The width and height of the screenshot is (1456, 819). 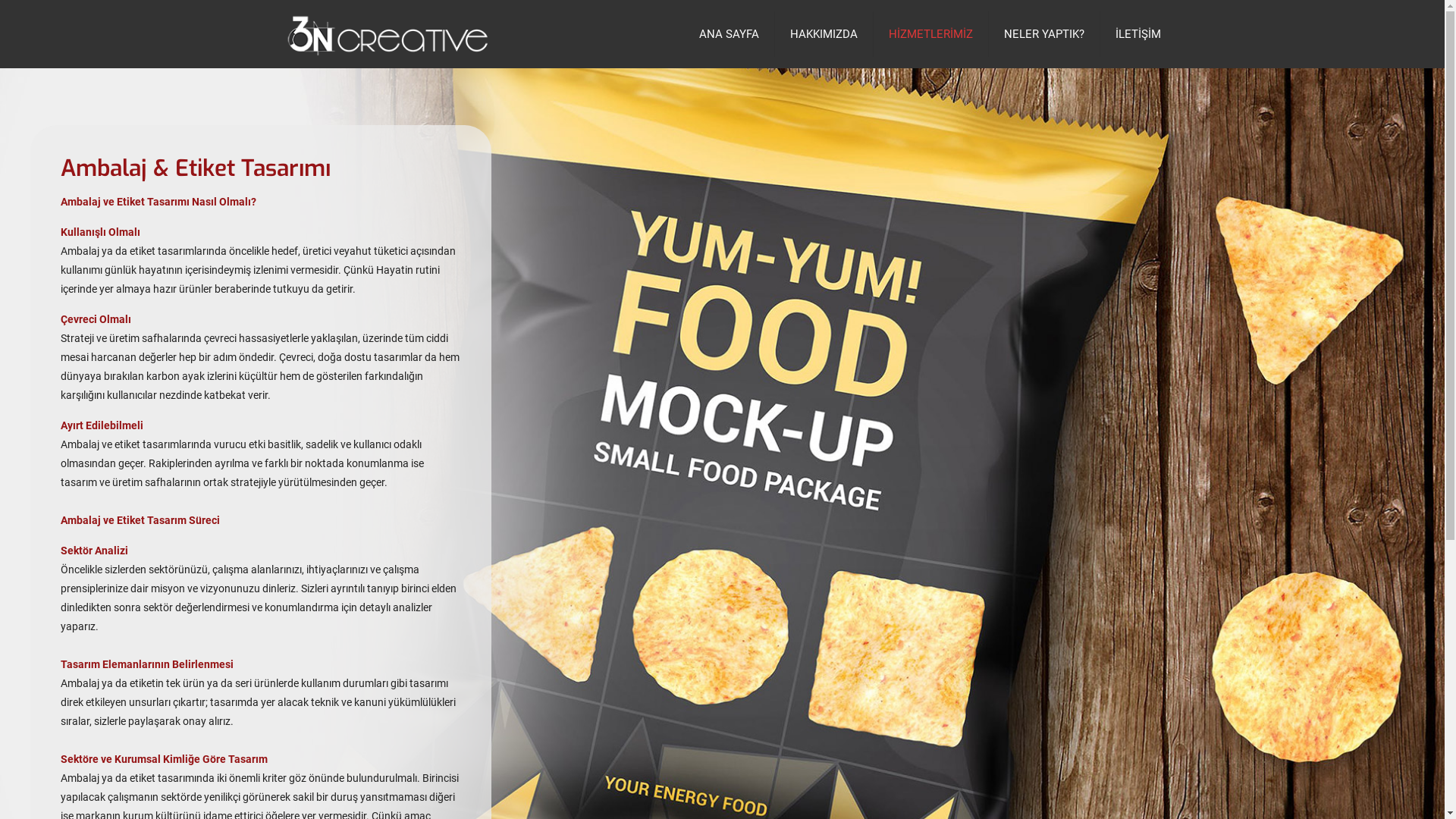 What do you see at coordinates (729, 34) in the screenshot?
I see `'ANA SAYFA'` at bounding box center [729, 34].